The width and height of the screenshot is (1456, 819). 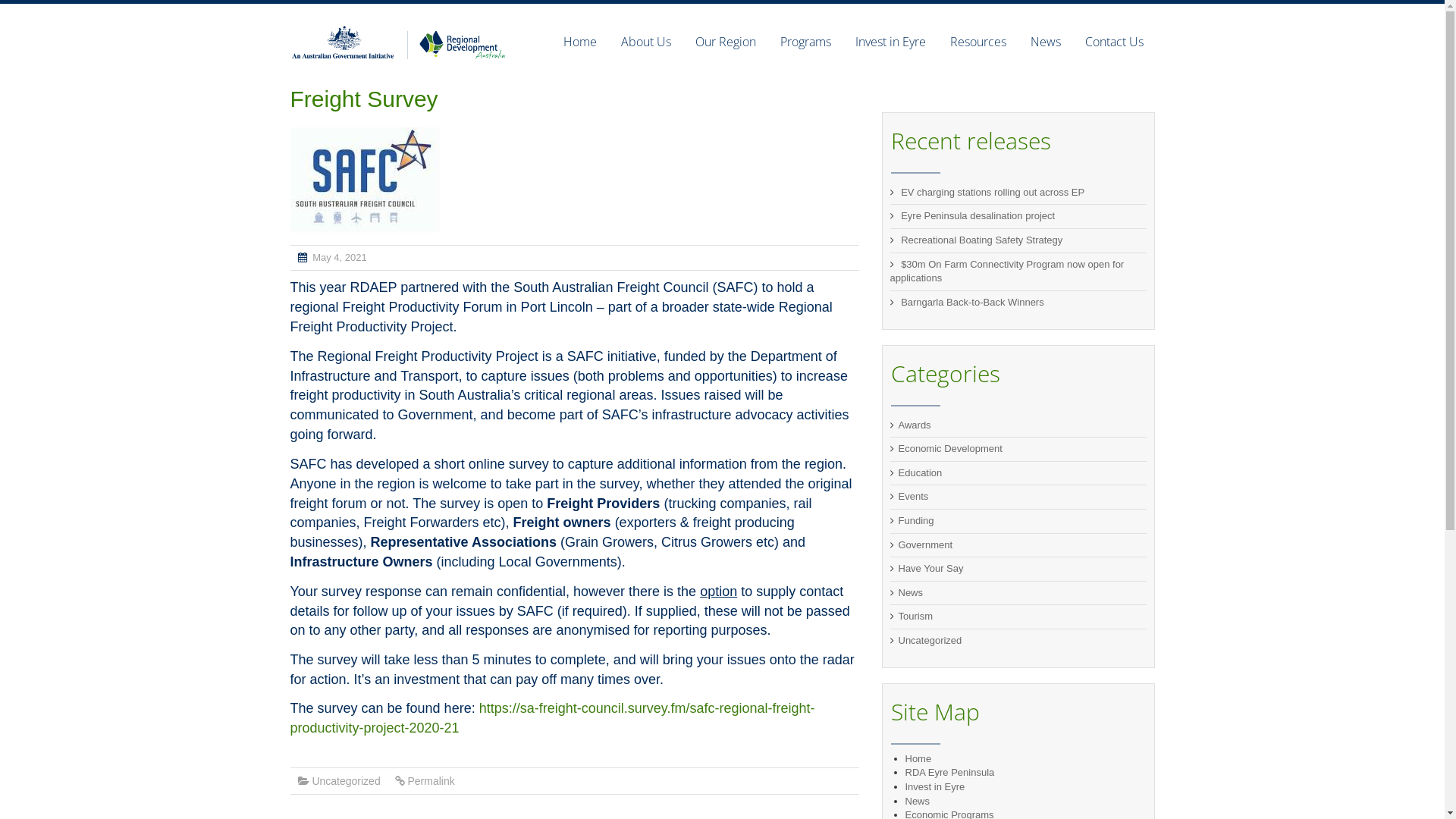 What do you see at coordinates (1007, 271) in the screenshot?
I see `'$30m On Farm Connectivity Program now open for applications'` at bounding box center [1007, 271].